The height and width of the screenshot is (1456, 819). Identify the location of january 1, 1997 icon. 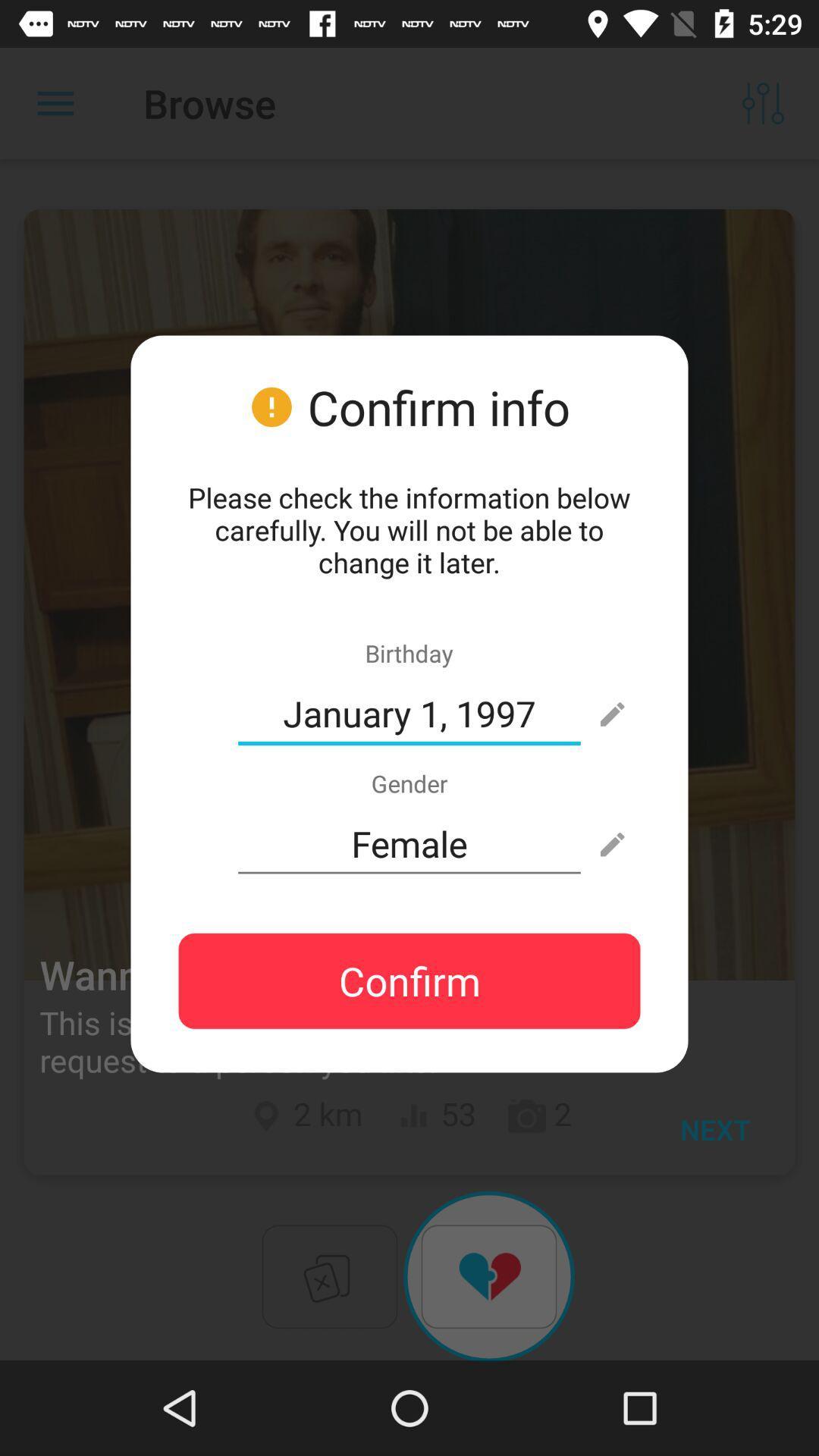
(409, 713).